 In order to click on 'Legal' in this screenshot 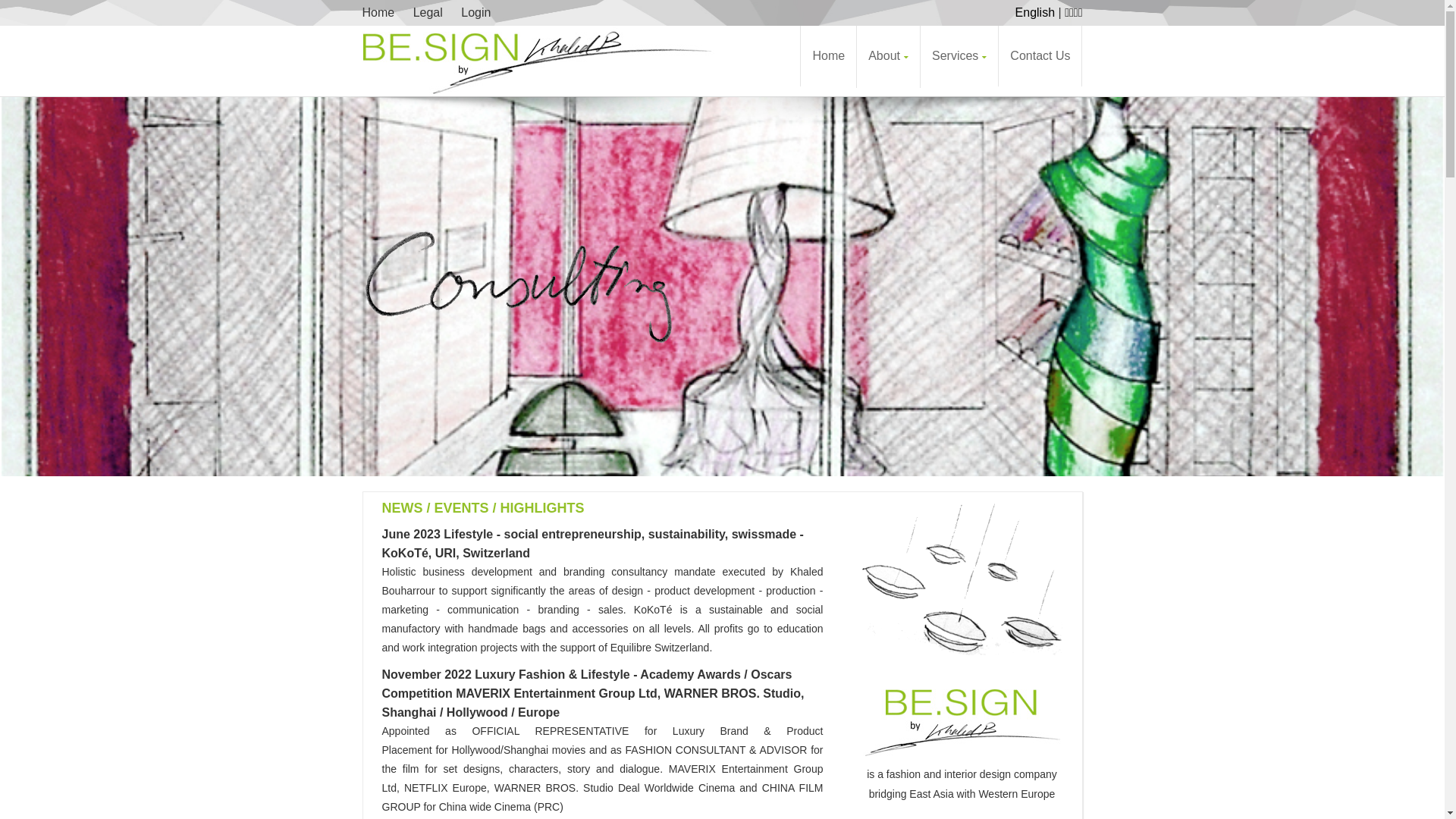, I will do `click(427, 12)`.